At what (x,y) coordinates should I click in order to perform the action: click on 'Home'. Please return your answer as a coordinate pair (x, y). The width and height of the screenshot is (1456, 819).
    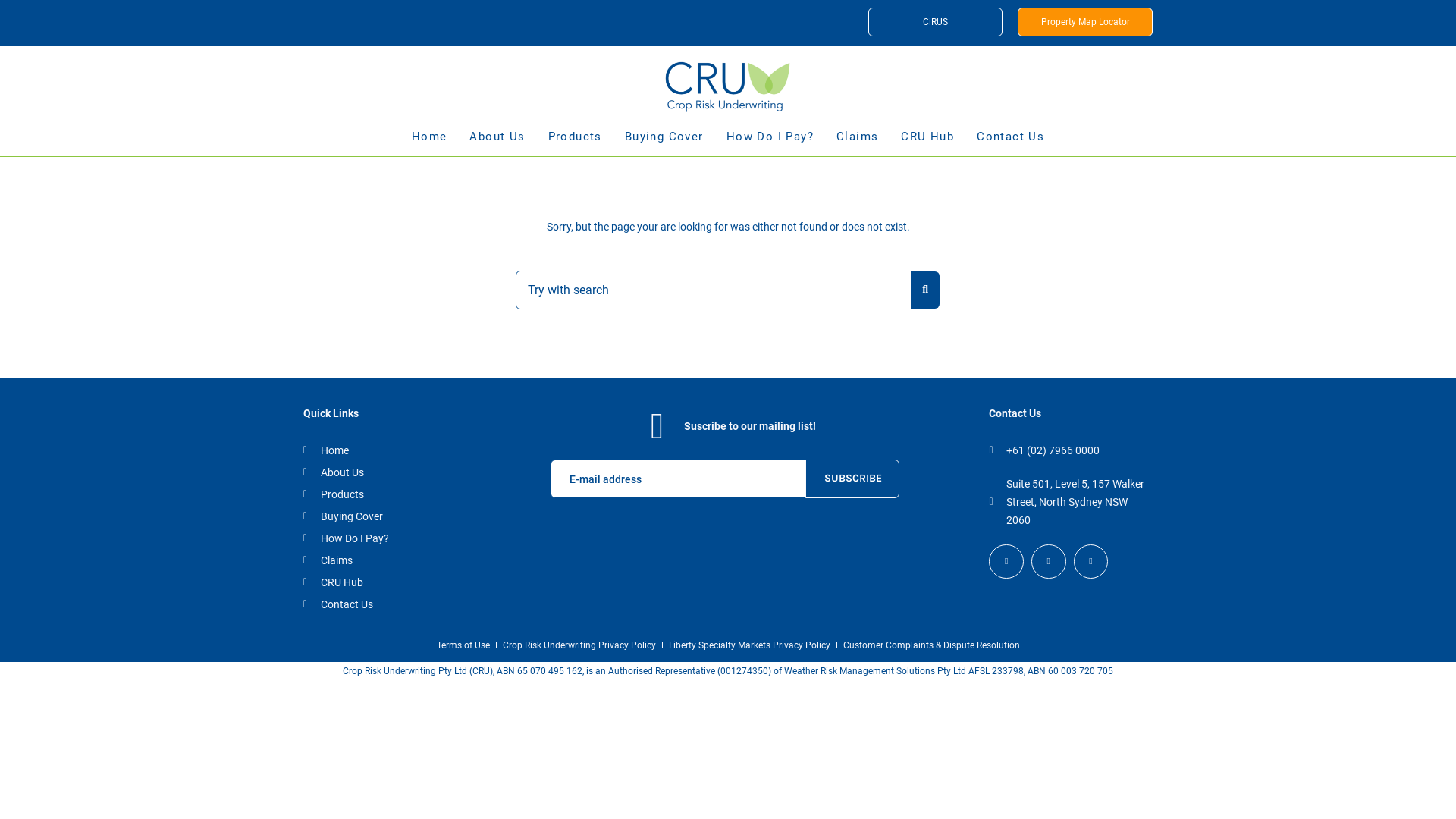
    Looking at the image, I should click on (428, 143).